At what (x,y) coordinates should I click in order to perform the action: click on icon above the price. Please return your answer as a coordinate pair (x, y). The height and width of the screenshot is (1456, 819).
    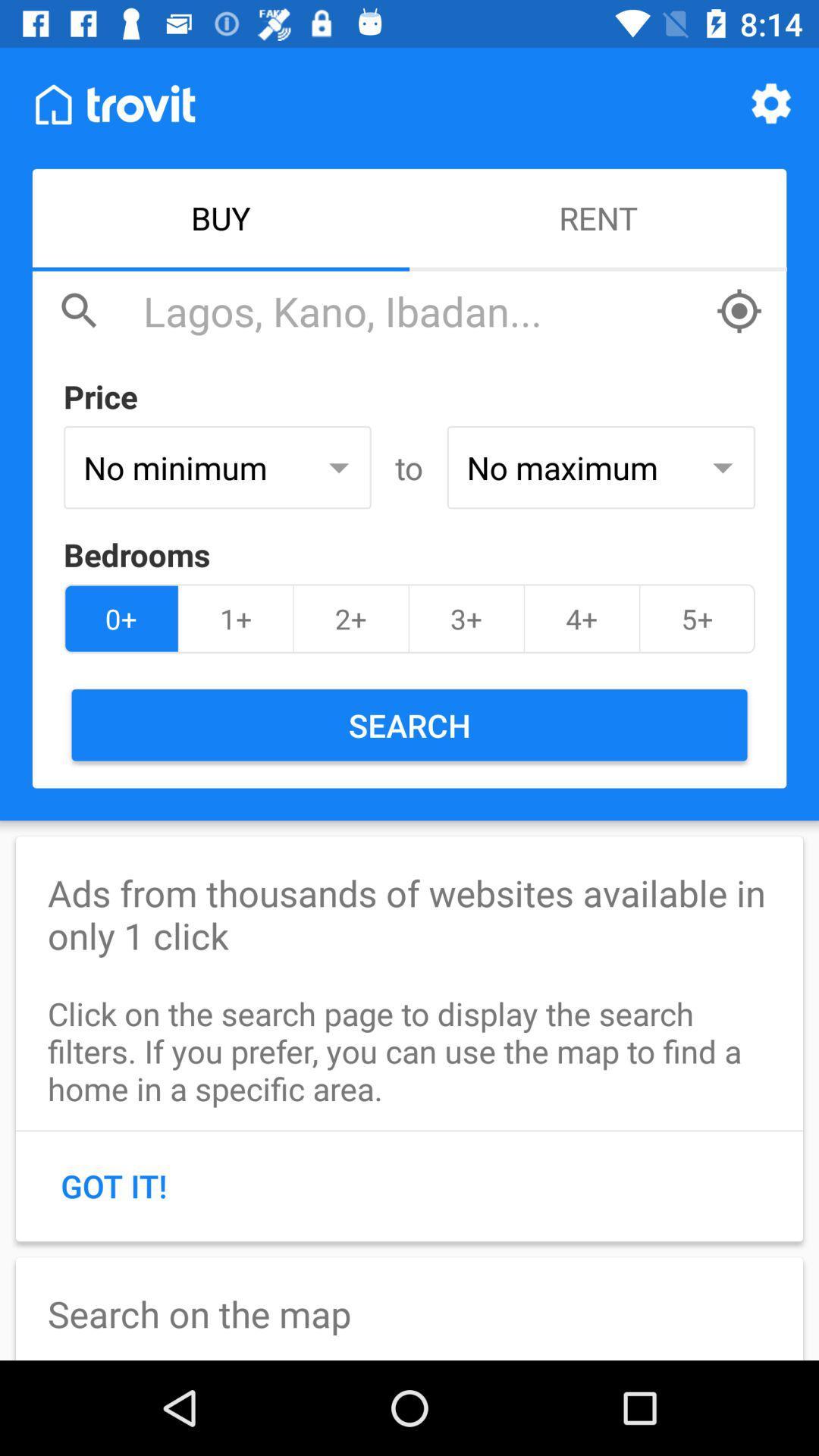
    Looking at the image, I should click on (421, 310).